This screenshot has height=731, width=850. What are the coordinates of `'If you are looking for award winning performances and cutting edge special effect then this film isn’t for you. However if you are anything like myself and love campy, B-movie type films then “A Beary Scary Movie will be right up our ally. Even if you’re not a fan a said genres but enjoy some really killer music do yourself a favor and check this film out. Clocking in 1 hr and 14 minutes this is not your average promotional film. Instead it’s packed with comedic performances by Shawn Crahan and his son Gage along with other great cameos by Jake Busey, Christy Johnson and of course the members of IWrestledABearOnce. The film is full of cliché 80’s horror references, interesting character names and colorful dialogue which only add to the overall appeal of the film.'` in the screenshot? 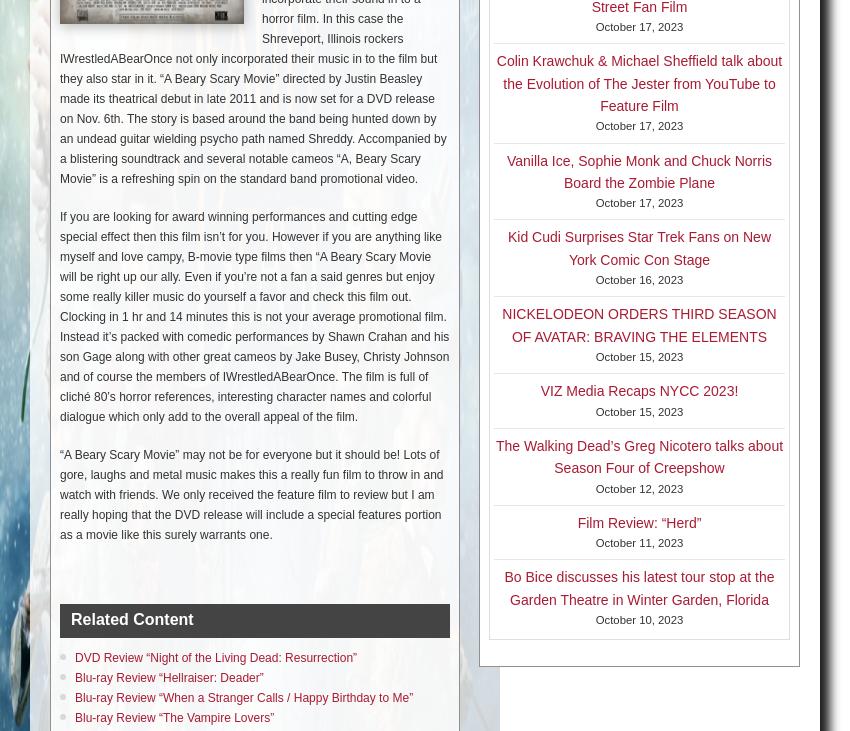 It's located at (254, 316).